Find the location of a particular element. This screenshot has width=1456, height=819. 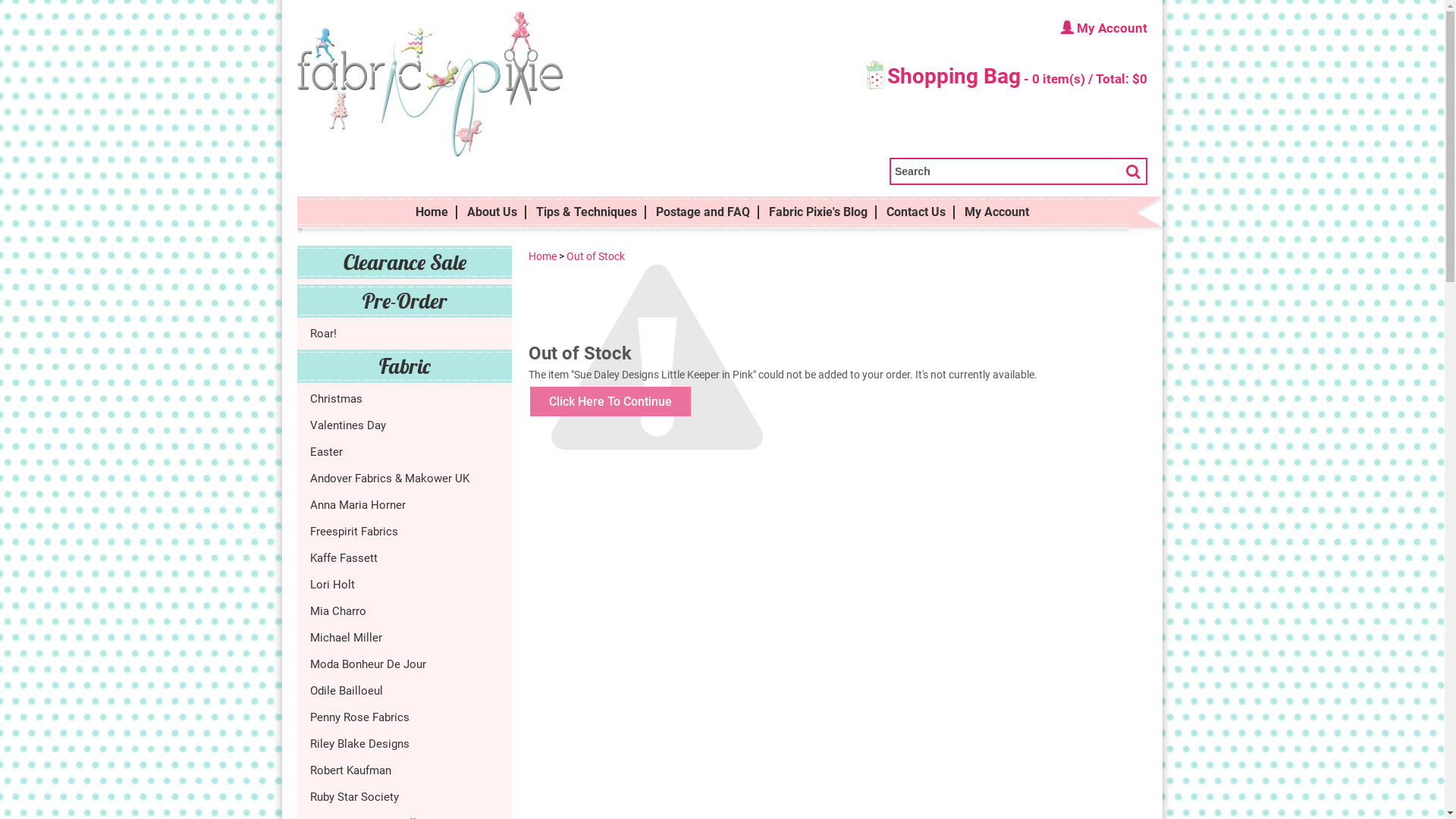

'Michael Miller' is located at coordinates (309, 637).